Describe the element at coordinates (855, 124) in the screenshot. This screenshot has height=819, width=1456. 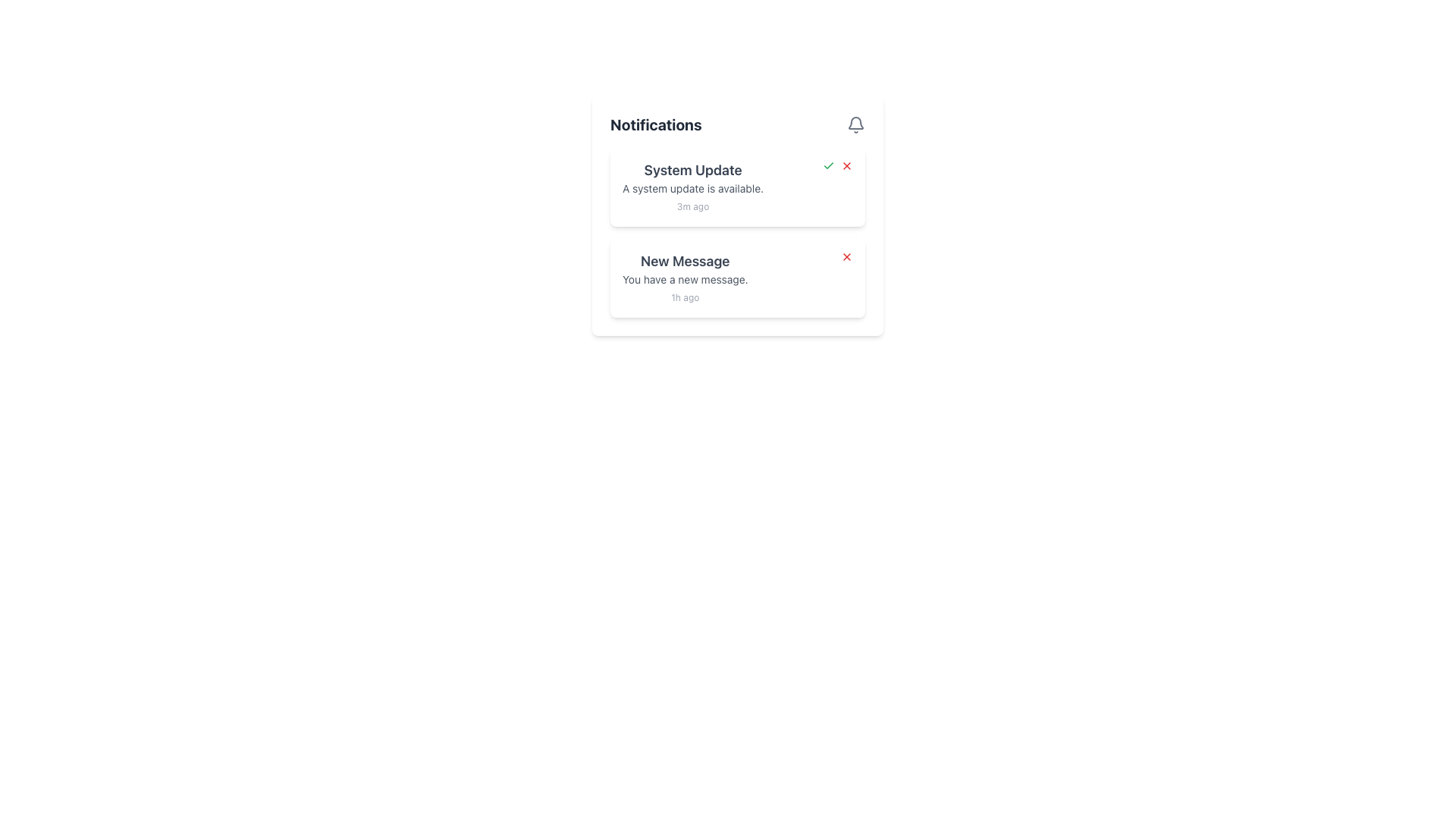
I see `the notification bell icon located on the far right of the header, which serves as an indicator for notifications` at that location.